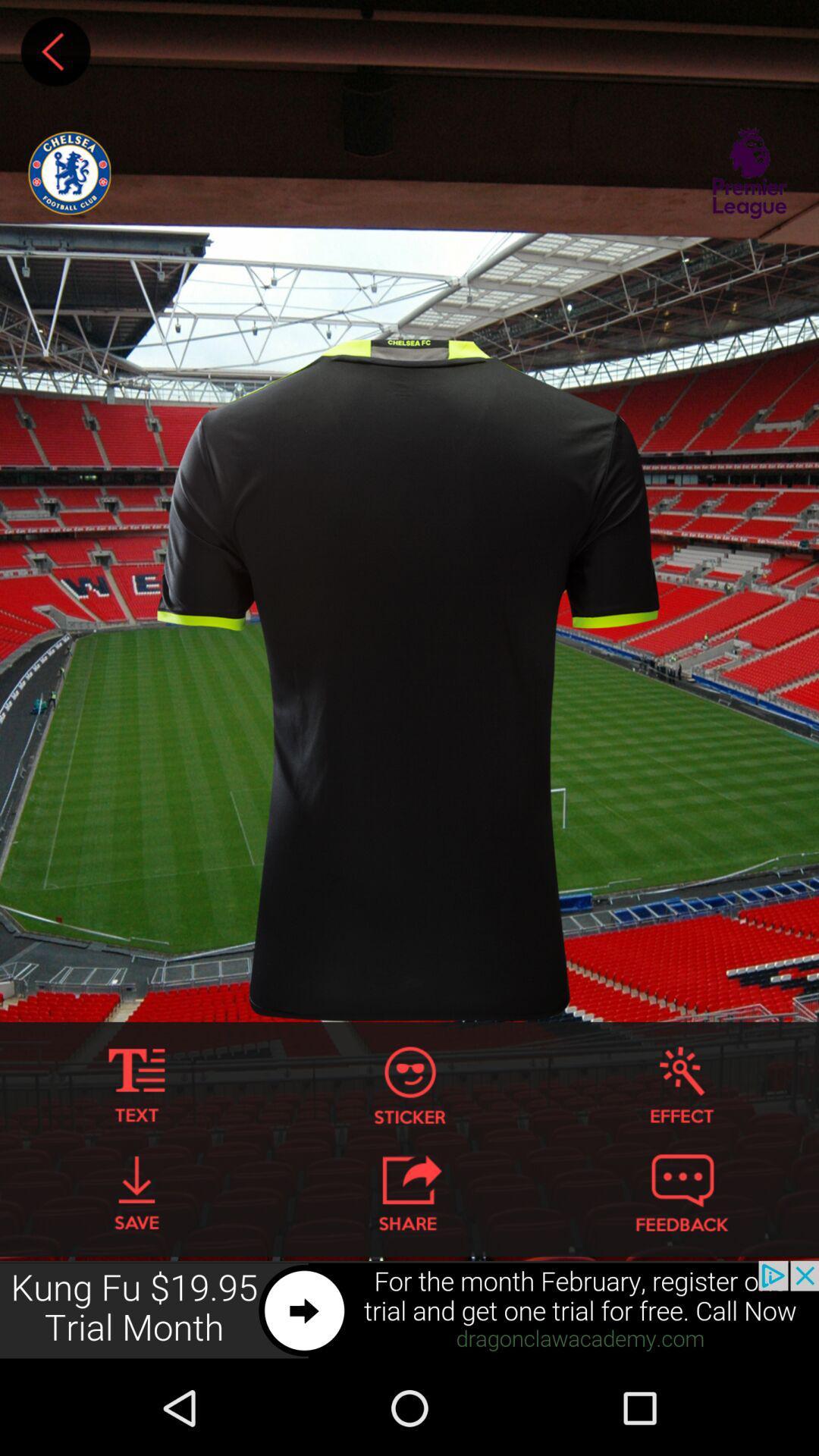 The width and height of the screenshot is (819, 1456). I want to click on and download option, so click(136, 1192).